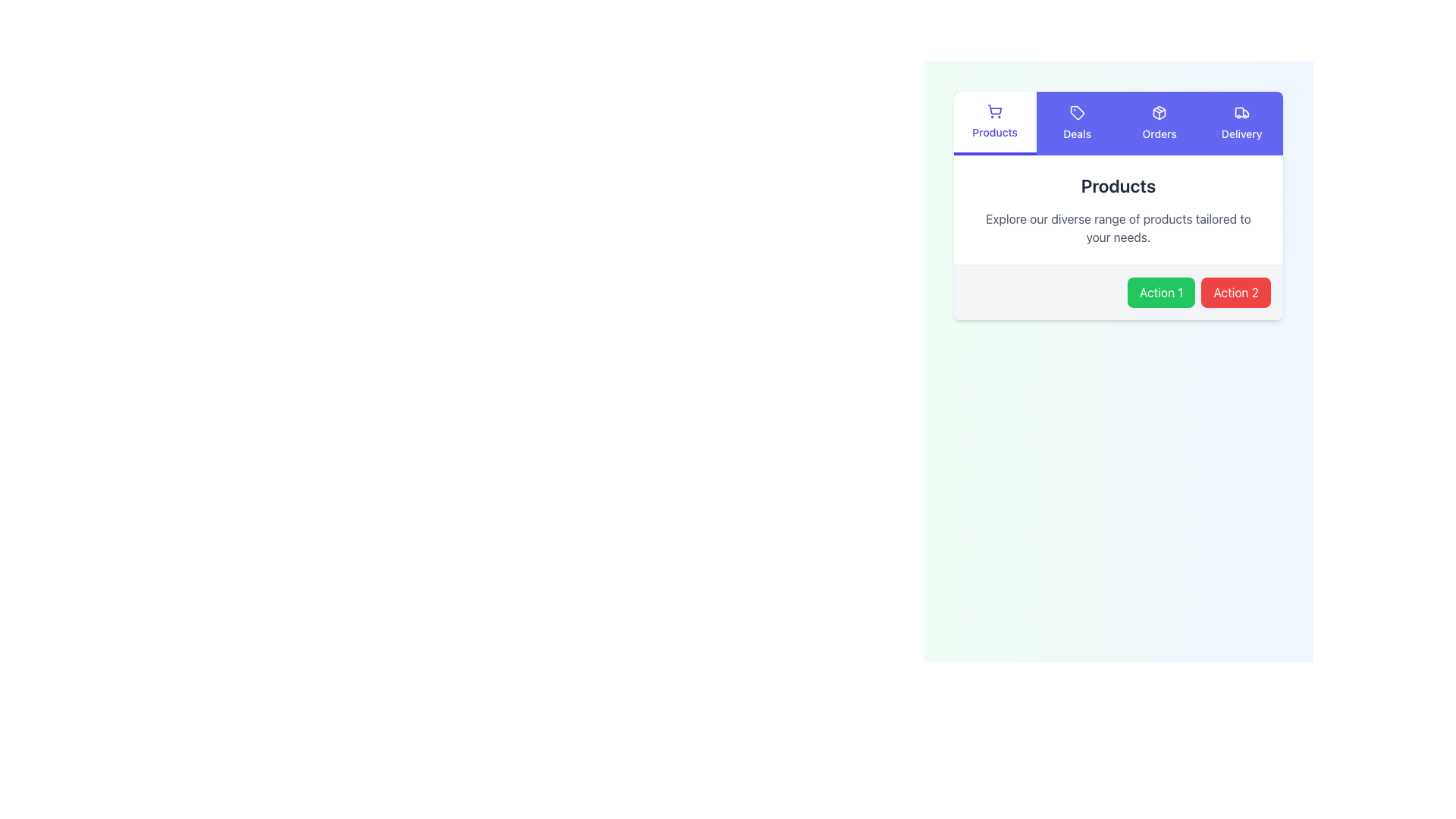  I want to click on the static text display component that introduces the 'Products' section, which includes a heading and paragraph, located centrally below the navigation bar and above the action buttons, so click(1118, 210).